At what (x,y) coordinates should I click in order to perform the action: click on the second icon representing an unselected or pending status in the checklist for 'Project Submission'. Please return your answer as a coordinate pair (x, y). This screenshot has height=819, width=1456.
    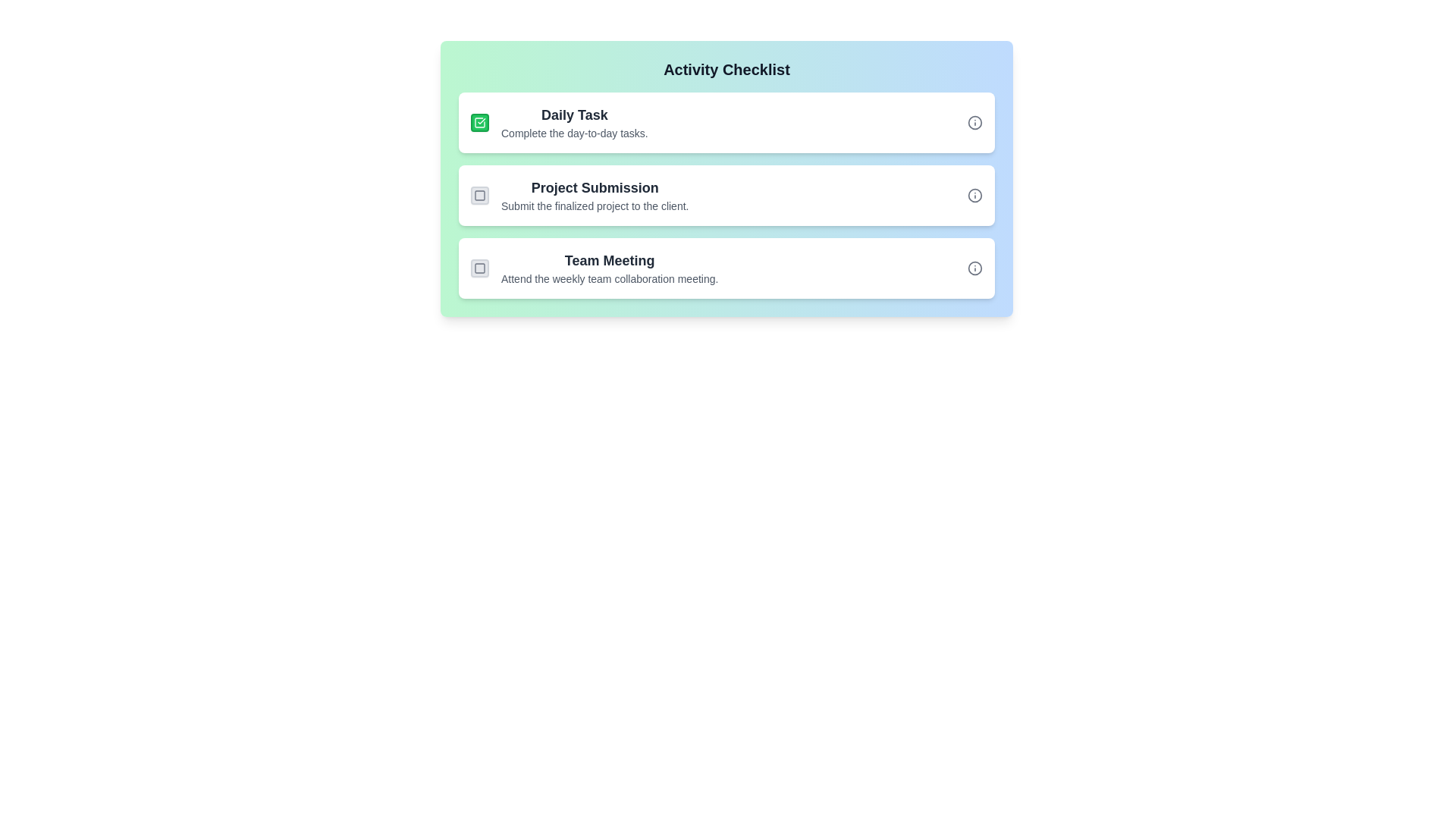
    Looking at the image, I should click on (479, 195).